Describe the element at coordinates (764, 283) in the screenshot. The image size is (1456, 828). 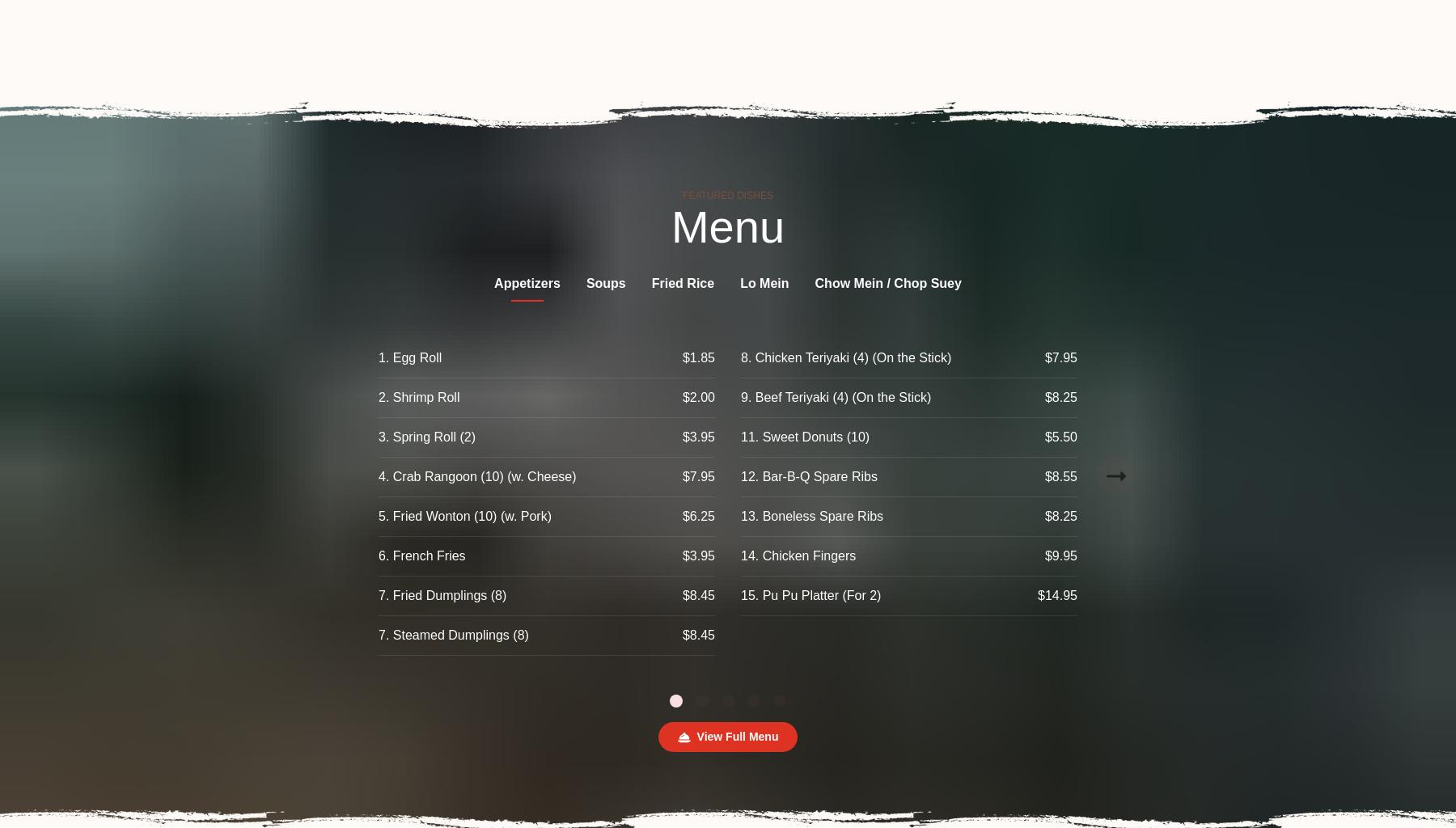
I see `'Lo Mein'` at that location.